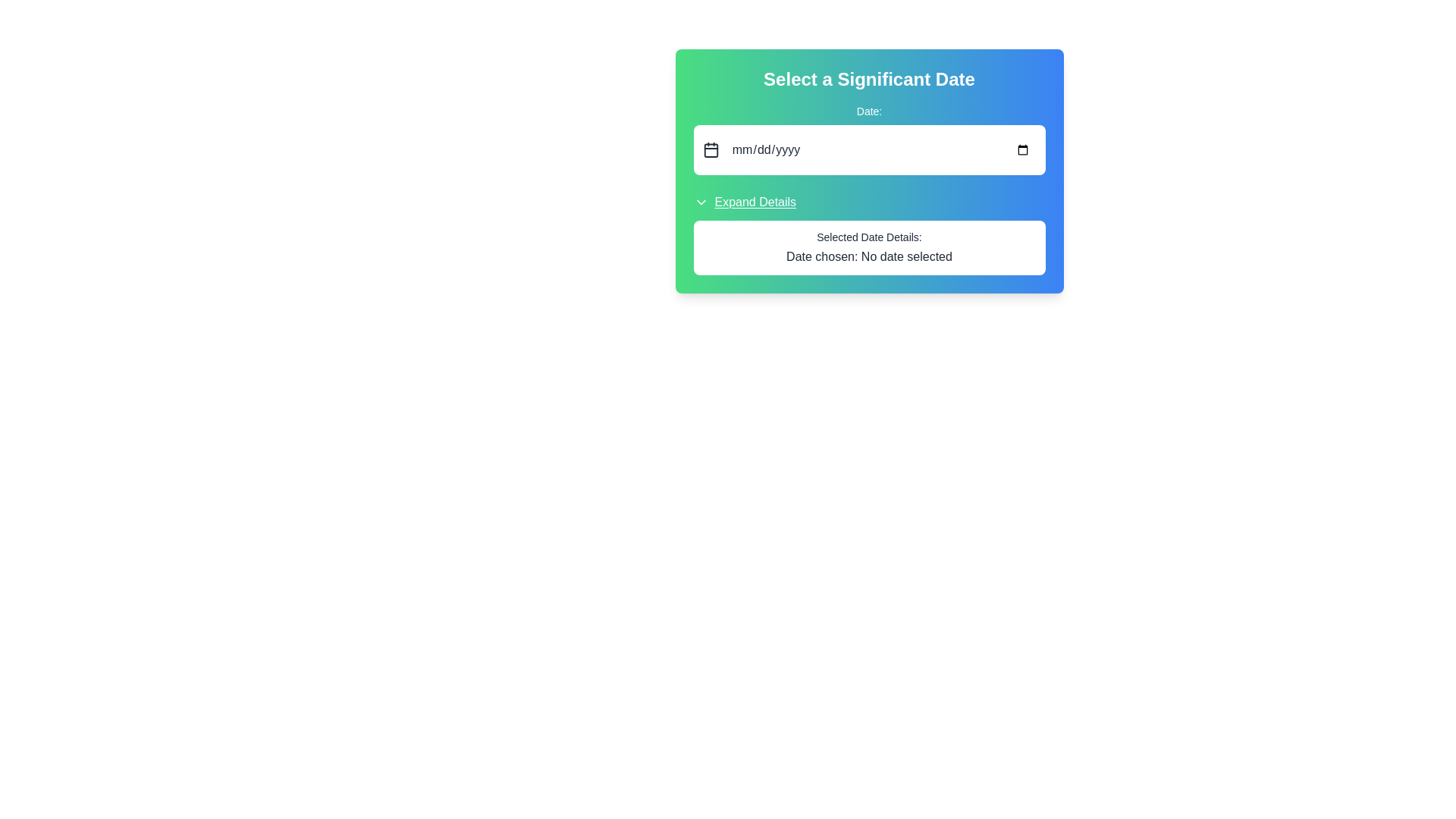 This screenshot has height=819, width=1456. What do you see at coordinates (710, 150) in the screenshot?
I see `the calendar icon, which is a square shape with rounded edges and a white fill, located to the left of the date input field labeled 'mm/dd/yyyy'` at bounding box center [710, 150].